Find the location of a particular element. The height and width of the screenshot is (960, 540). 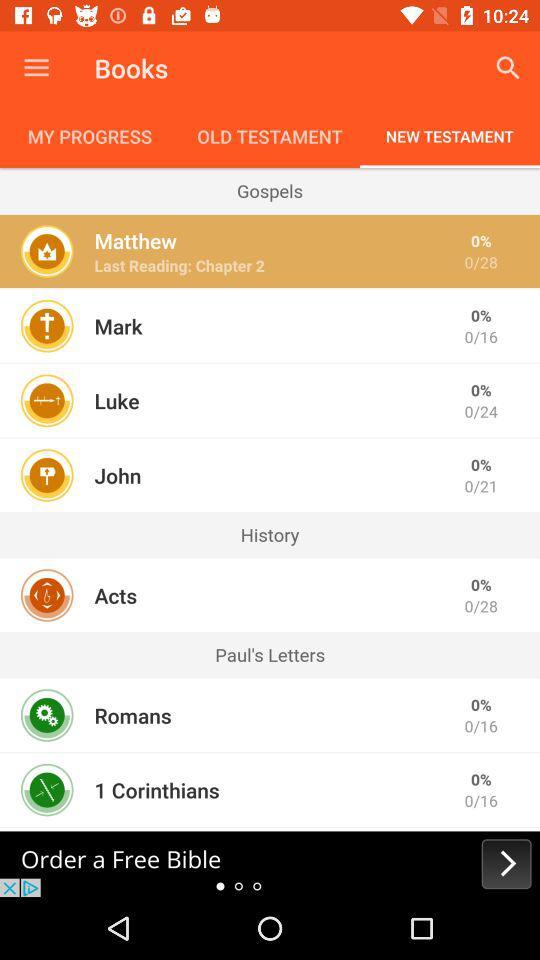

the item next to 0/16 item is located at coordinates (133, 715).